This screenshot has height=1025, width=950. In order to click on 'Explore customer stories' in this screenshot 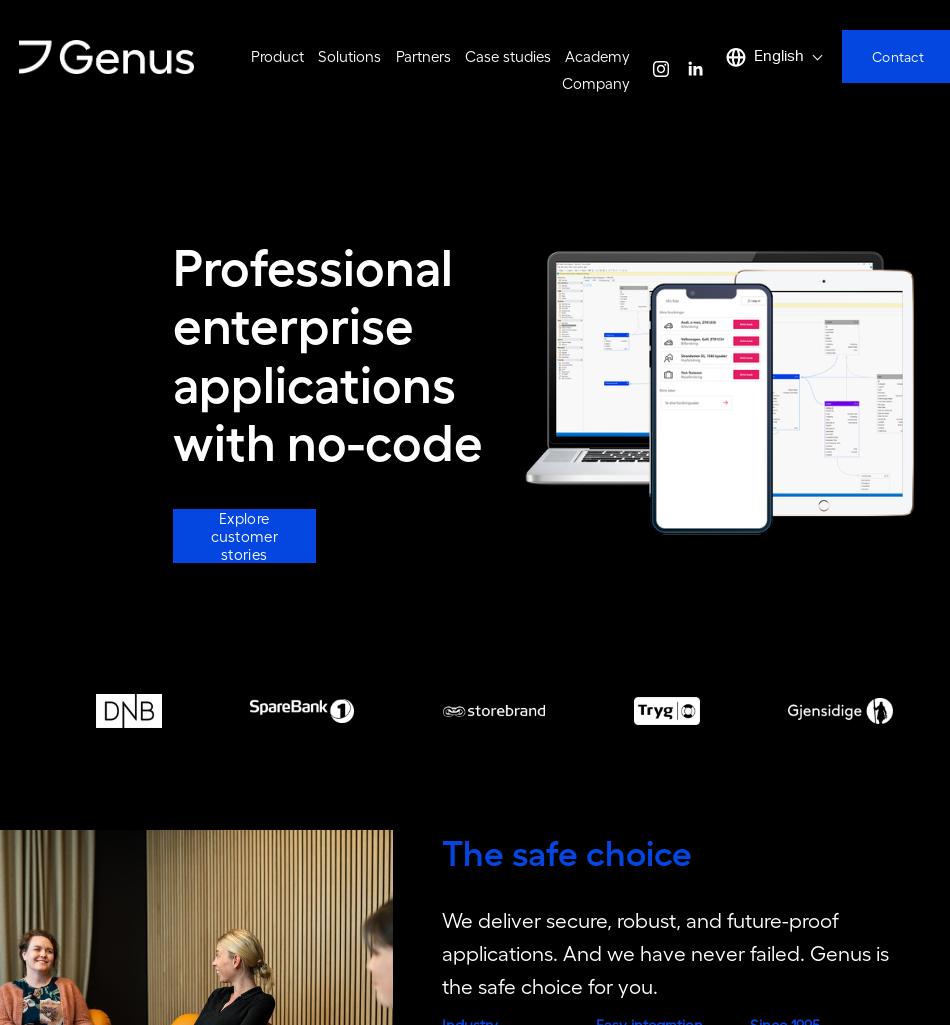, I will do `click(242, 542)`.